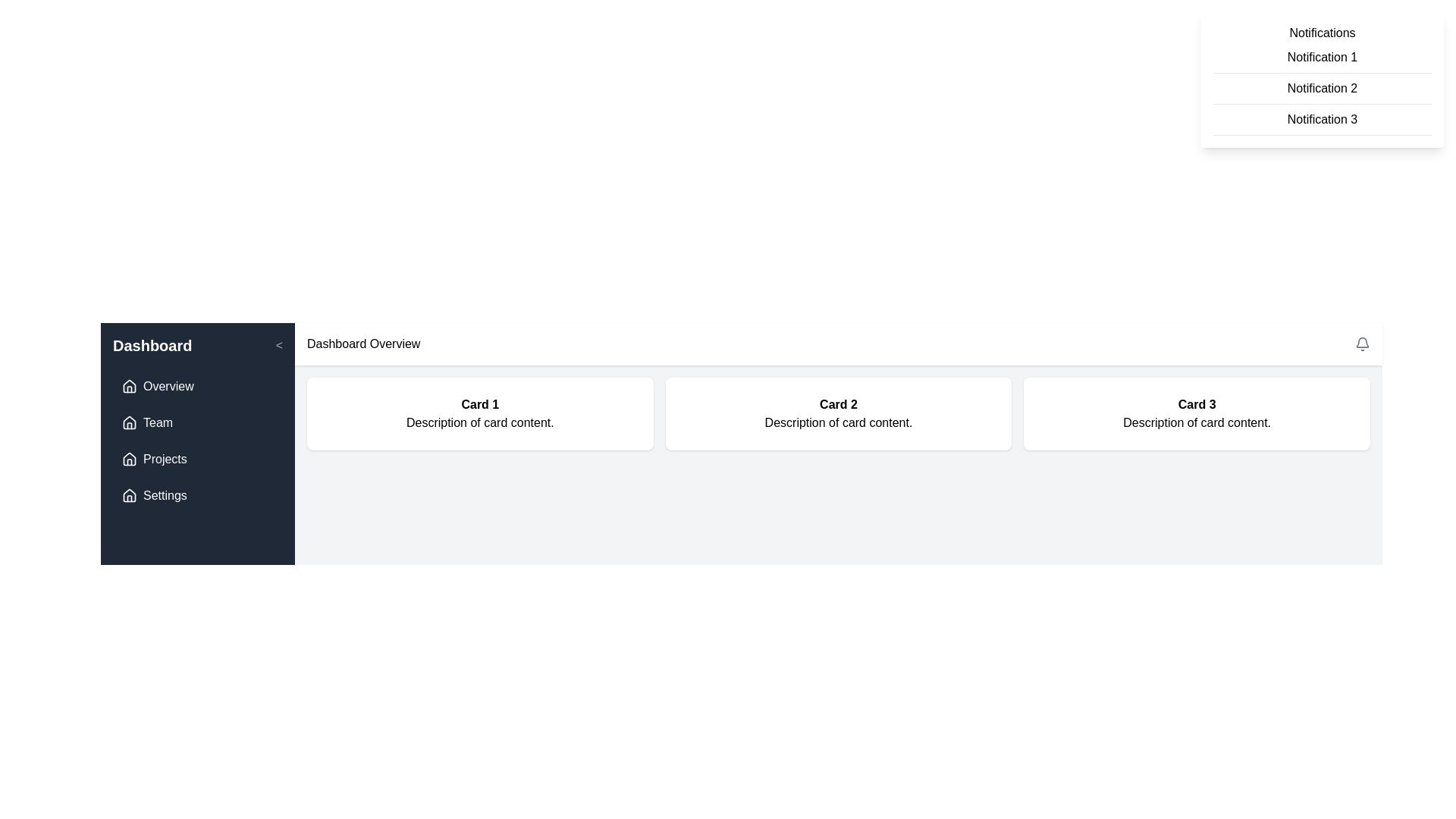 This screenshot has height=819, width=1456. Describe the element at coordinates (479, 423) in the screenshot. I see `the descriptive Text label located centrally under the title 'Card 1' in the leftmost card of a horizontal array of three cards` at that location.